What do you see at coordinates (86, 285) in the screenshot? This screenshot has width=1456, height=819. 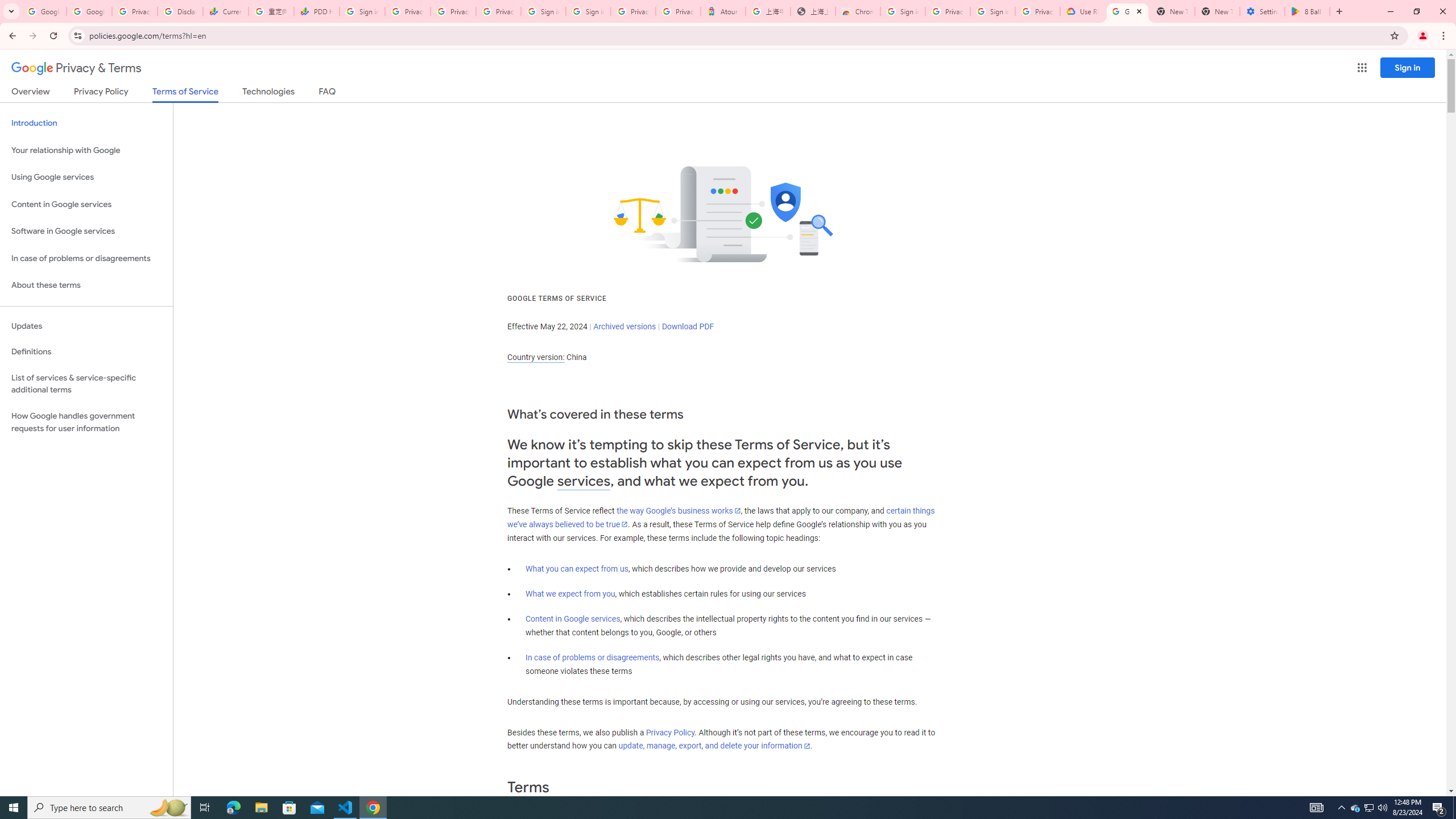 I see `'About these terms'` at bounding box center [86, 285].